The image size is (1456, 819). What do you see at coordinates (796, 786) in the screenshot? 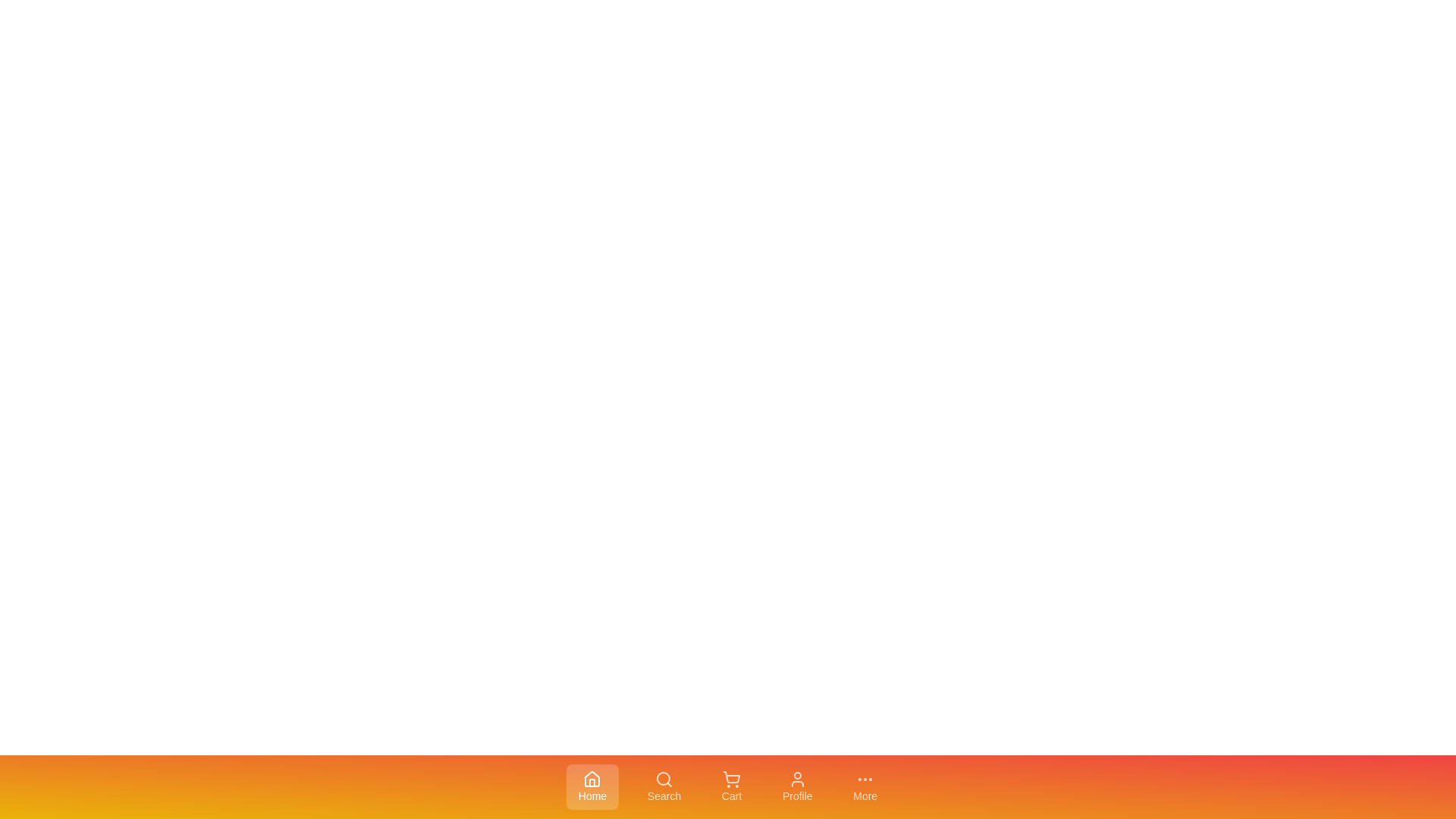
I see `the tab labeled Profile` at bounding box center [796, 786].